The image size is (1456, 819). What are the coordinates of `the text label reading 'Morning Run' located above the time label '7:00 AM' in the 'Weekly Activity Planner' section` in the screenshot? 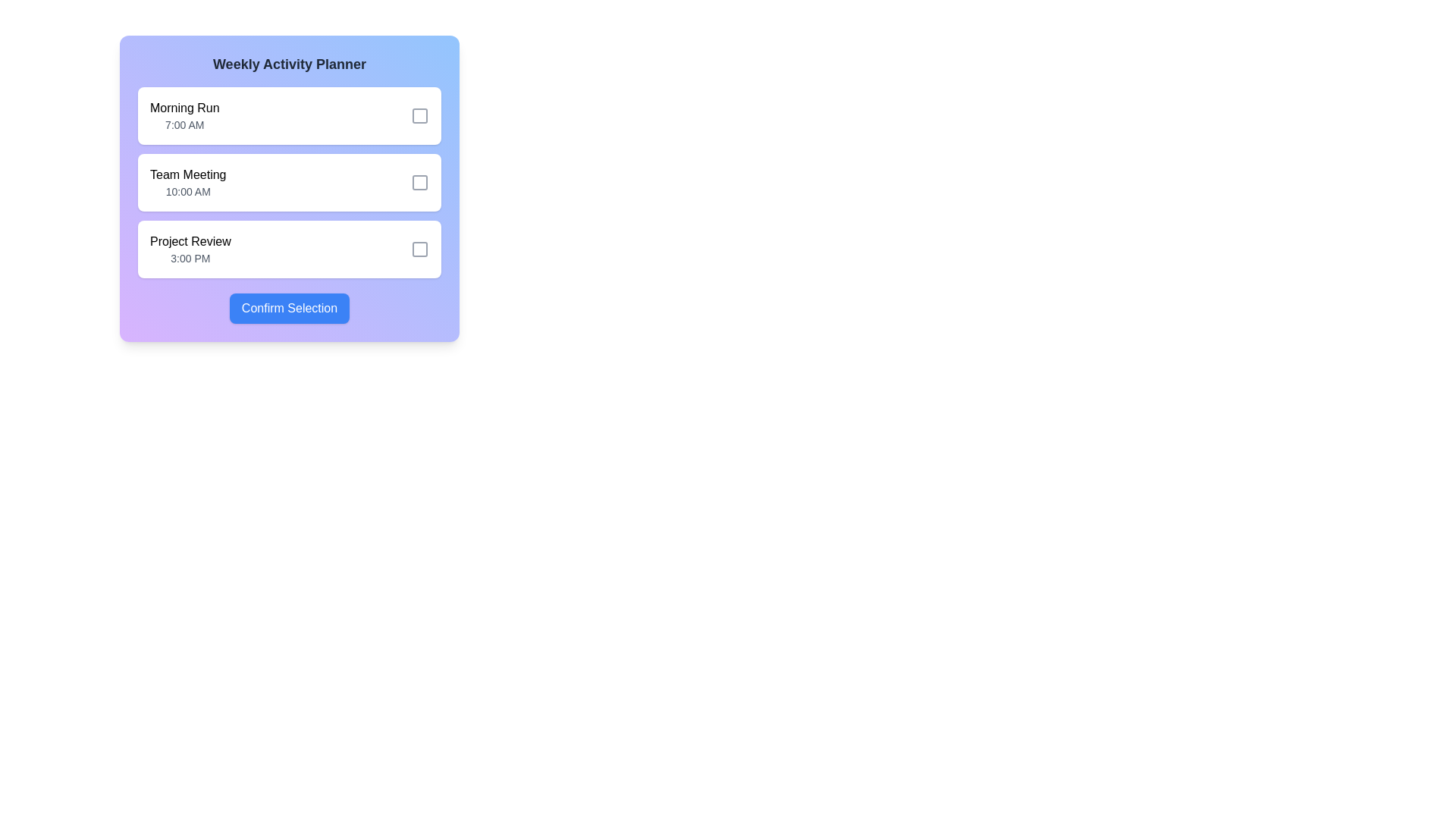 It's located at (184, 107).